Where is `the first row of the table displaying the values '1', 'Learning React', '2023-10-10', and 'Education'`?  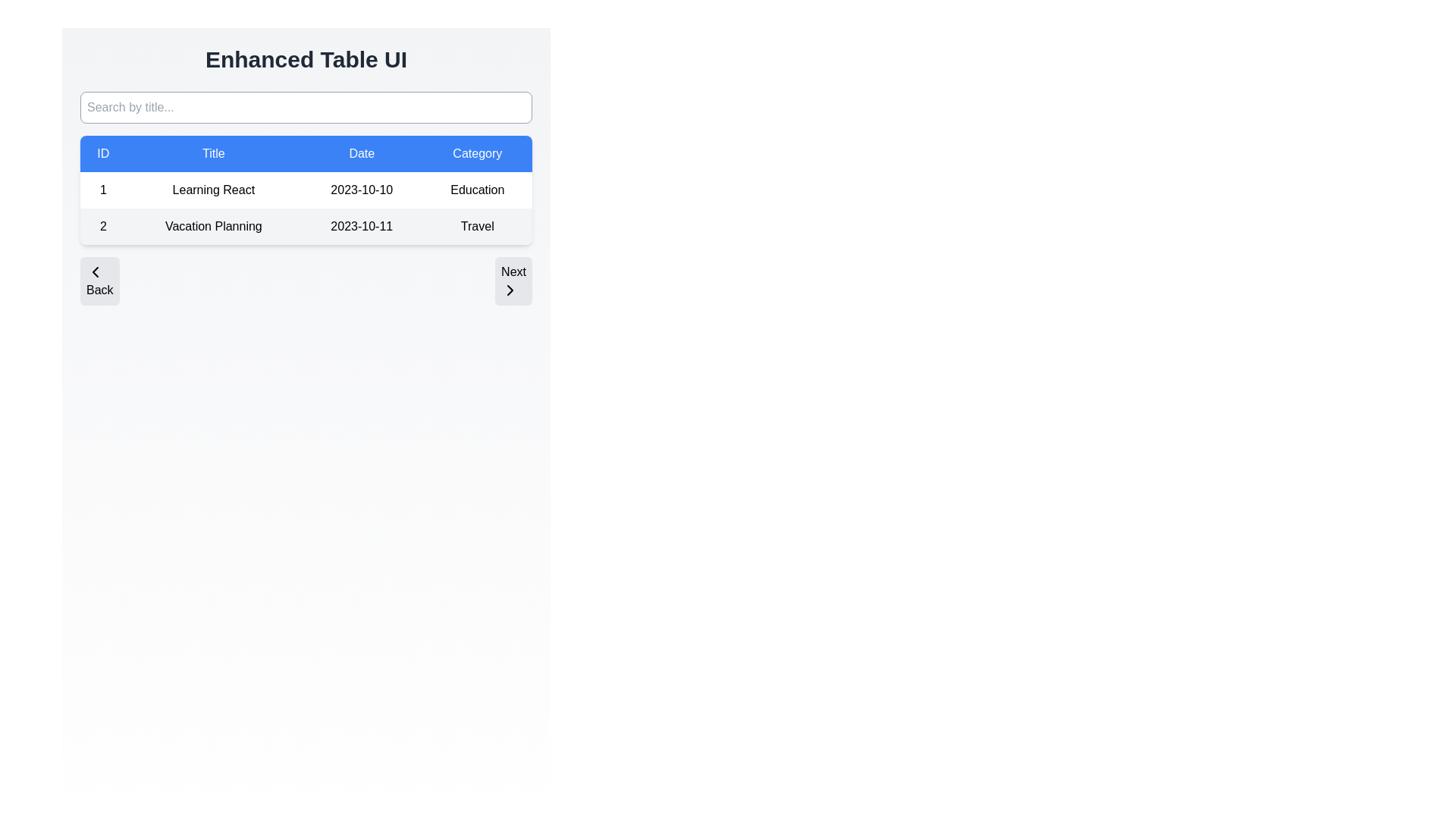
the first row of the table displaying the values '1', 'Learning React', '2023-10-10', and 'Education' is located at coordinates (305, 189).